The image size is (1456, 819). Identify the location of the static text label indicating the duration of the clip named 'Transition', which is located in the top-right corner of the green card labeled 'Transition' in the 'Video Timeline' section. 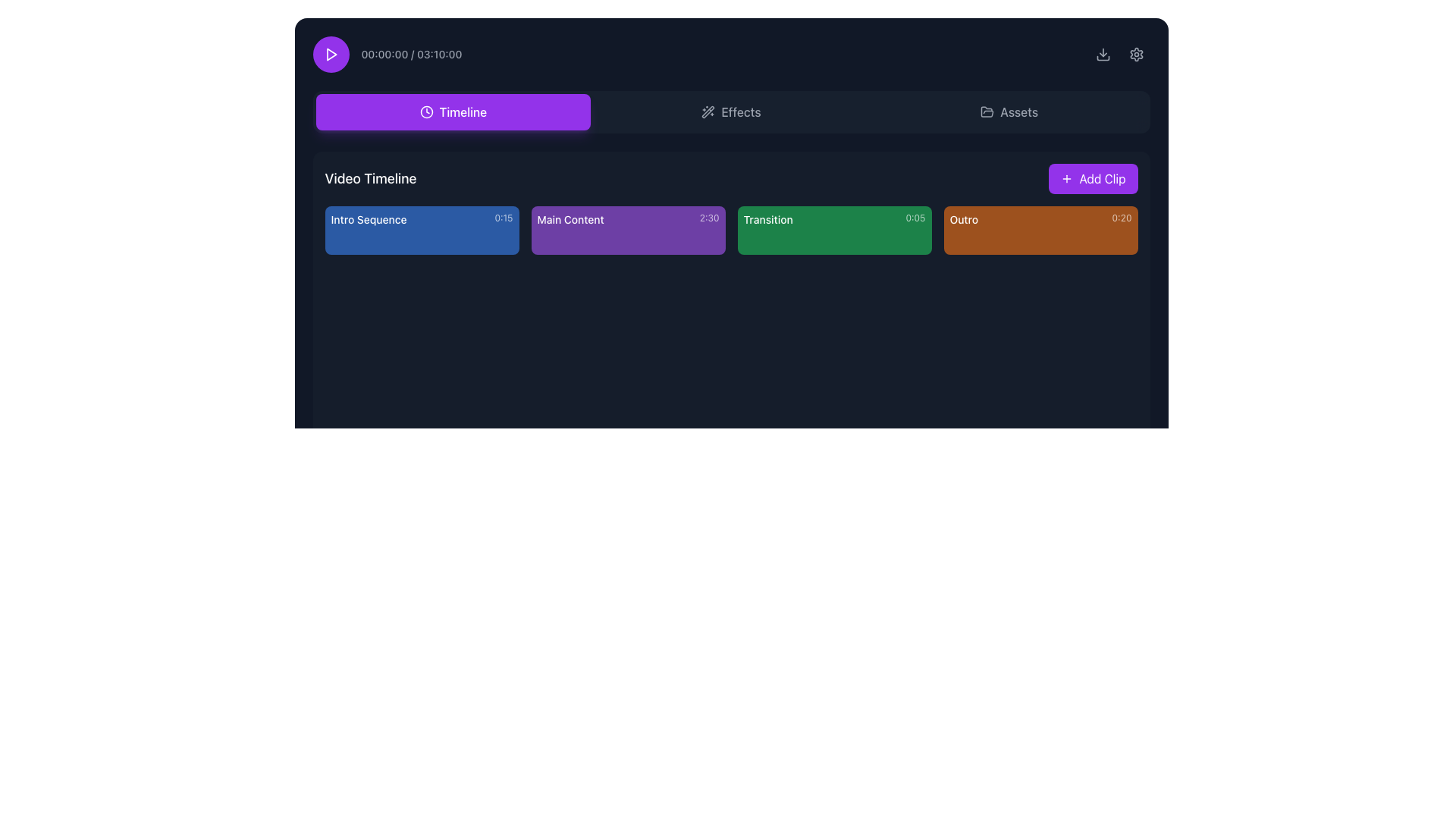
(915, 218).